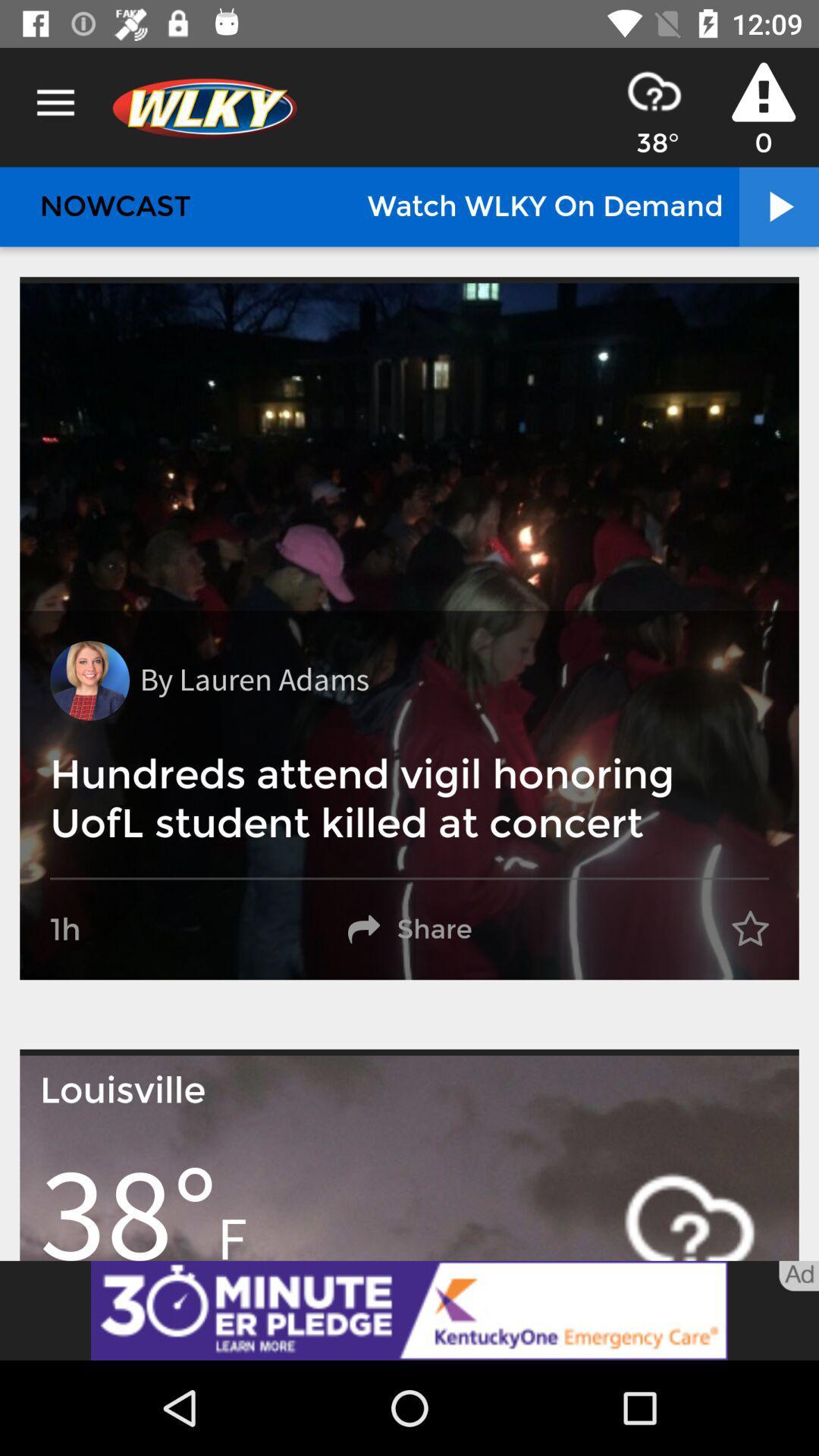  What do you see at coordinates (409, 928) in the screenshot?
I see `share` at bounding box center [409, 928].